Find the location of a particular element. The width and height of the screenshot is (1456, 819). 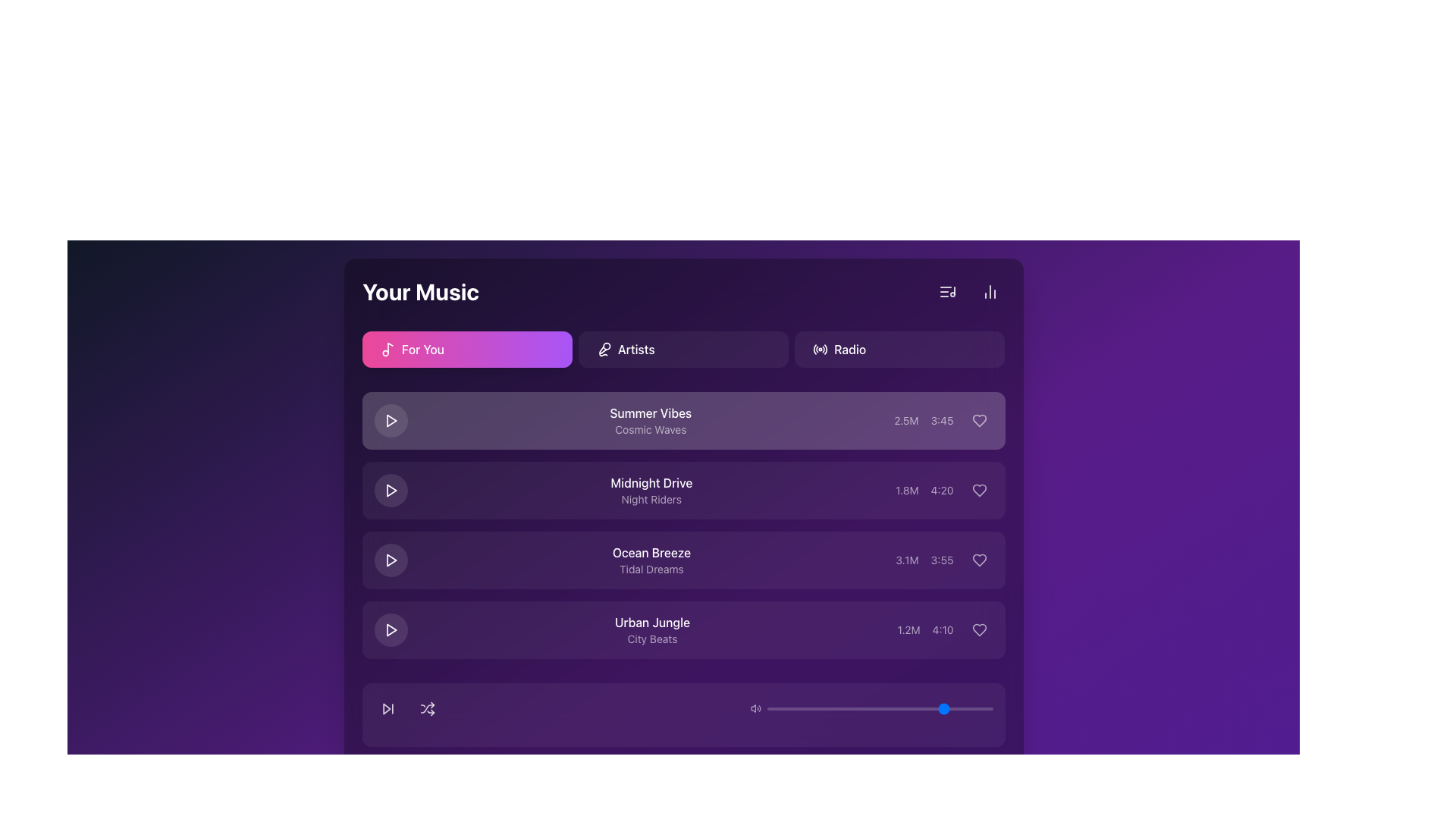

over the music playback control group located in the bottom-left toolbar of the interface is located at coordinates (407, 708).